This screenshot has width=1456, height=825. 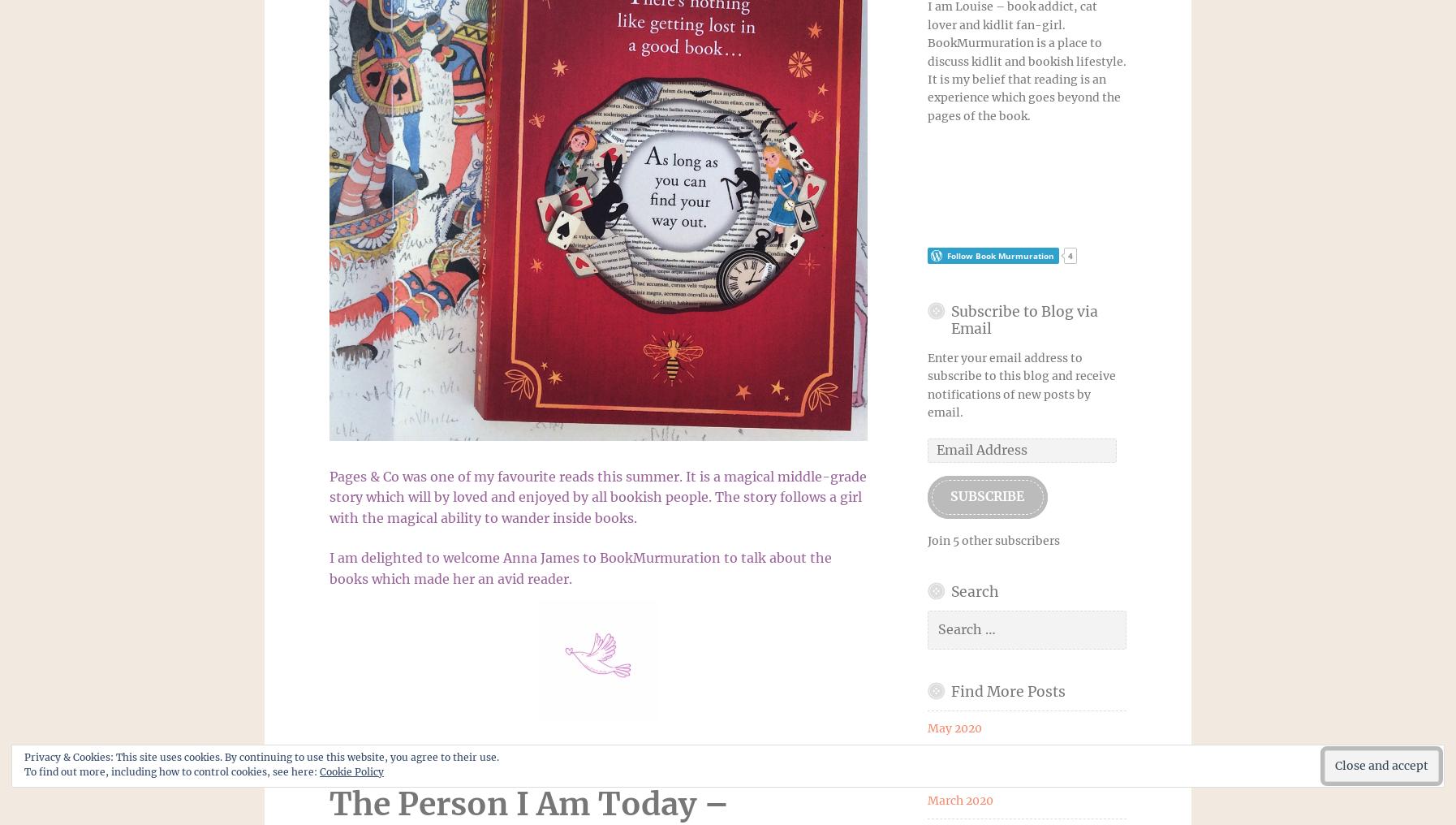 I want to click on 'Join 5 other subscribers', so click(x=992, y=538).